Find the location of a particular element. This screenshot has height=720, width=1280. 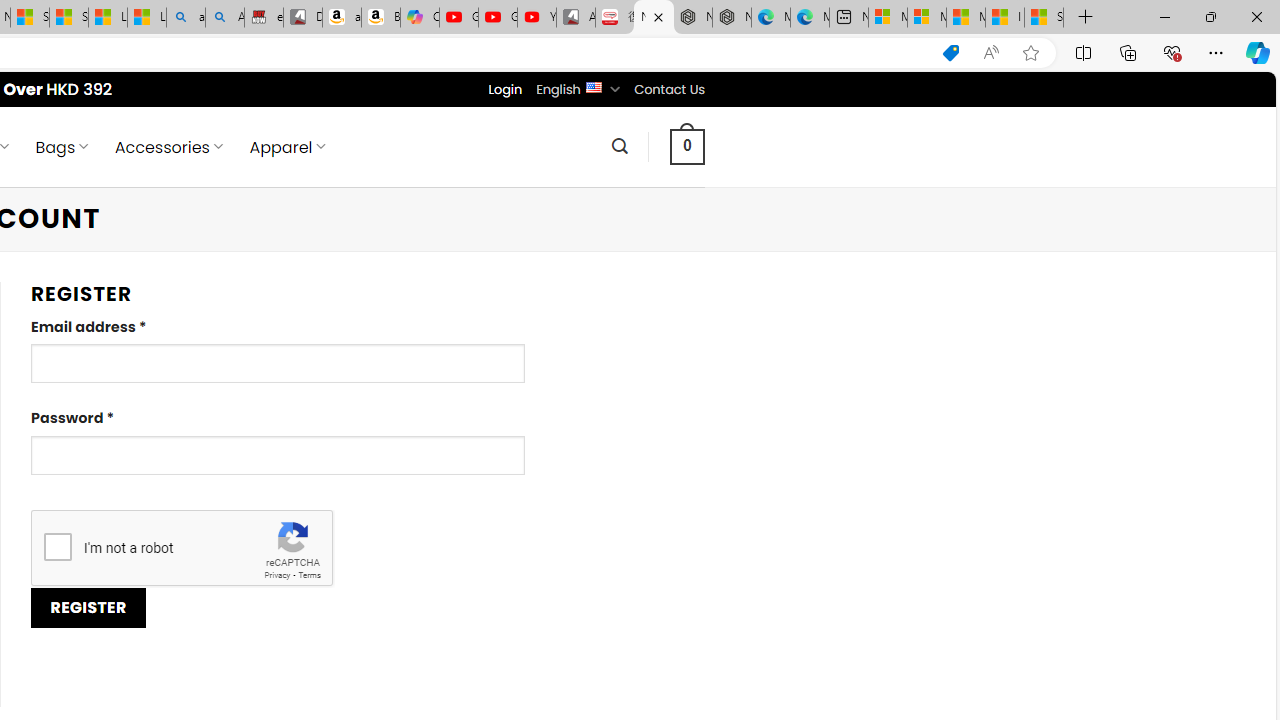

' 0 ' is located at coordinates (688, 145).